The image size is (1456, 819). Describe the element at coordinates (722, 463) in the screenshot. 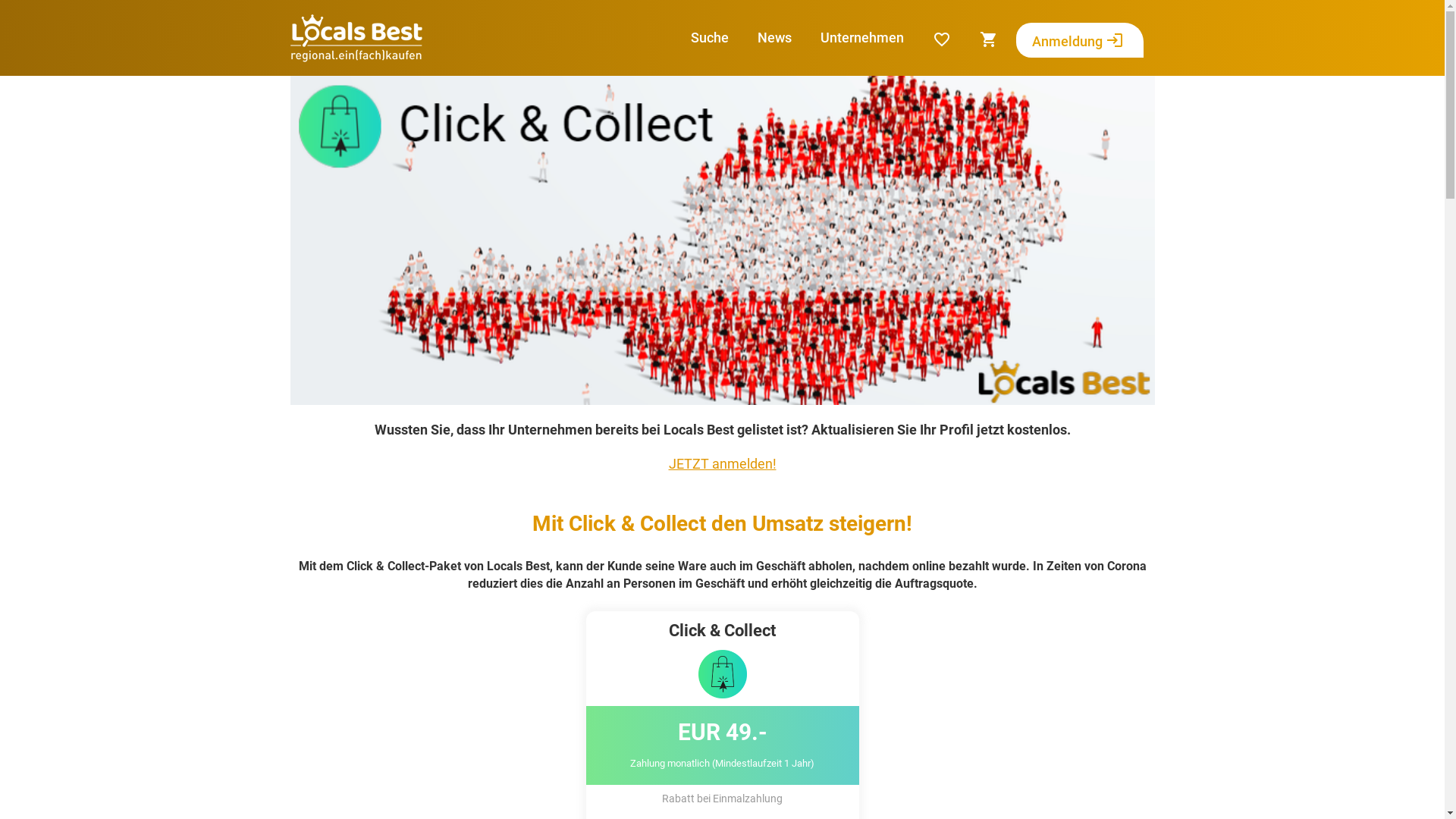

I see `'JETZT anmelden!'` at that location.